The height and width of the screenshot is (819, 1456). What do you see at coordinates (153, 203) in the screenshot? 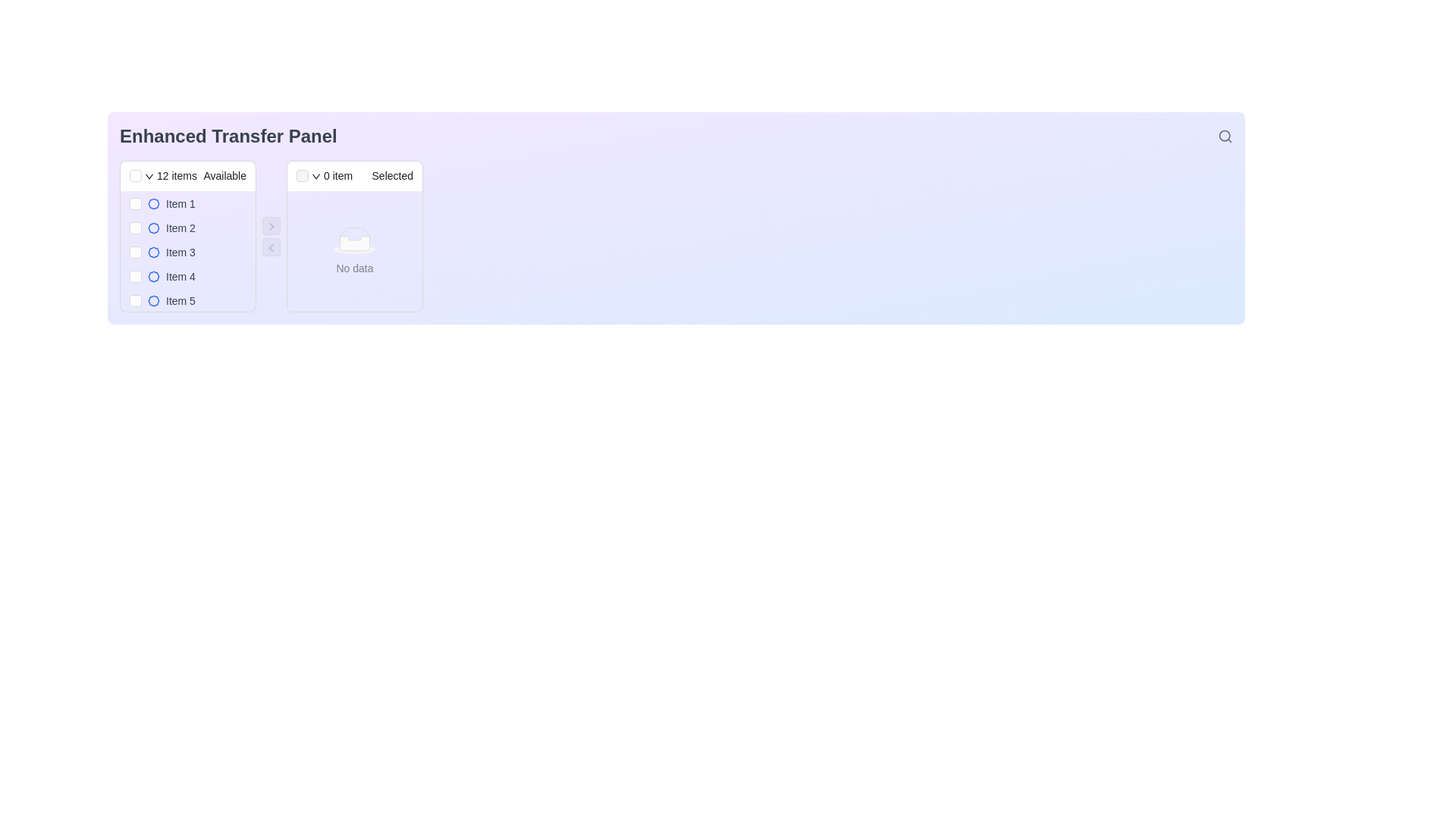
I see `the visual representation of the blue badge icon located adjacent to the label 'Item 1' in the 'Available' section of the Enhanced Transfer Panel` at bounding box center [153, 203].